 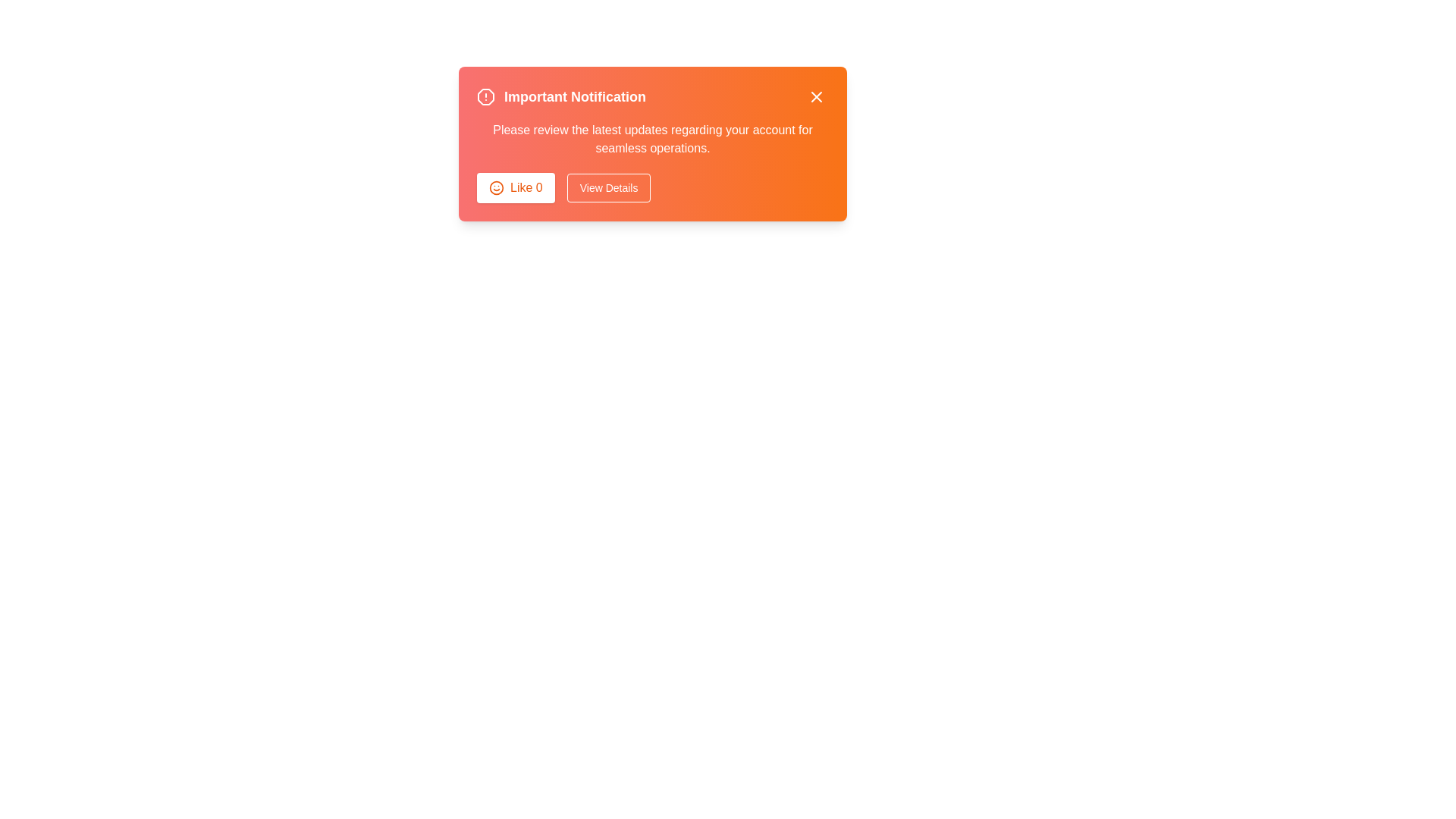 What do you see at coordinates (608, 187) in the screenshot?
I see `the 'View Details' button to display more information` at bounding box center [608, 187].